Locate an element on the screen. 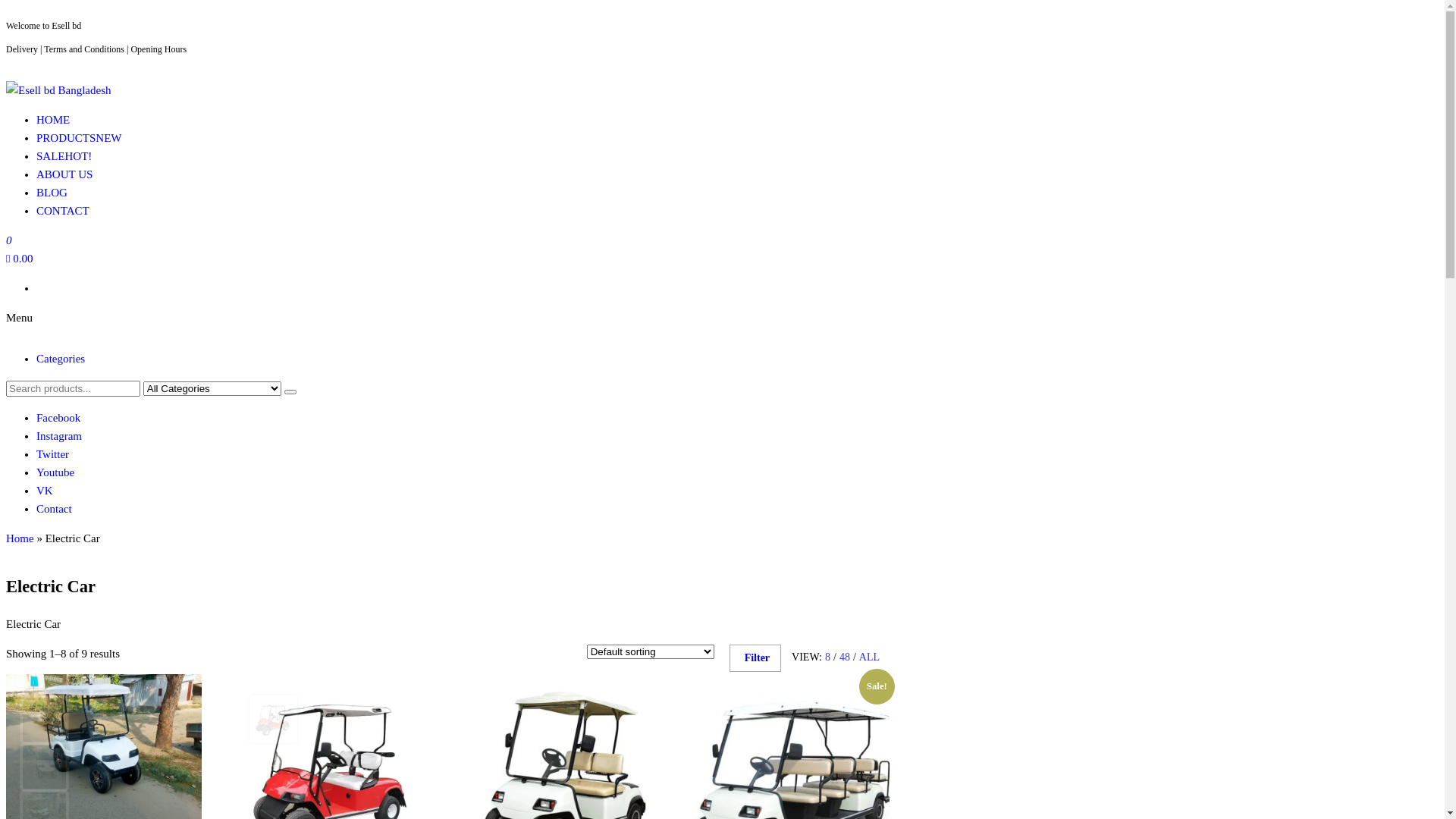  '48' is located at coordinates (843, 656).